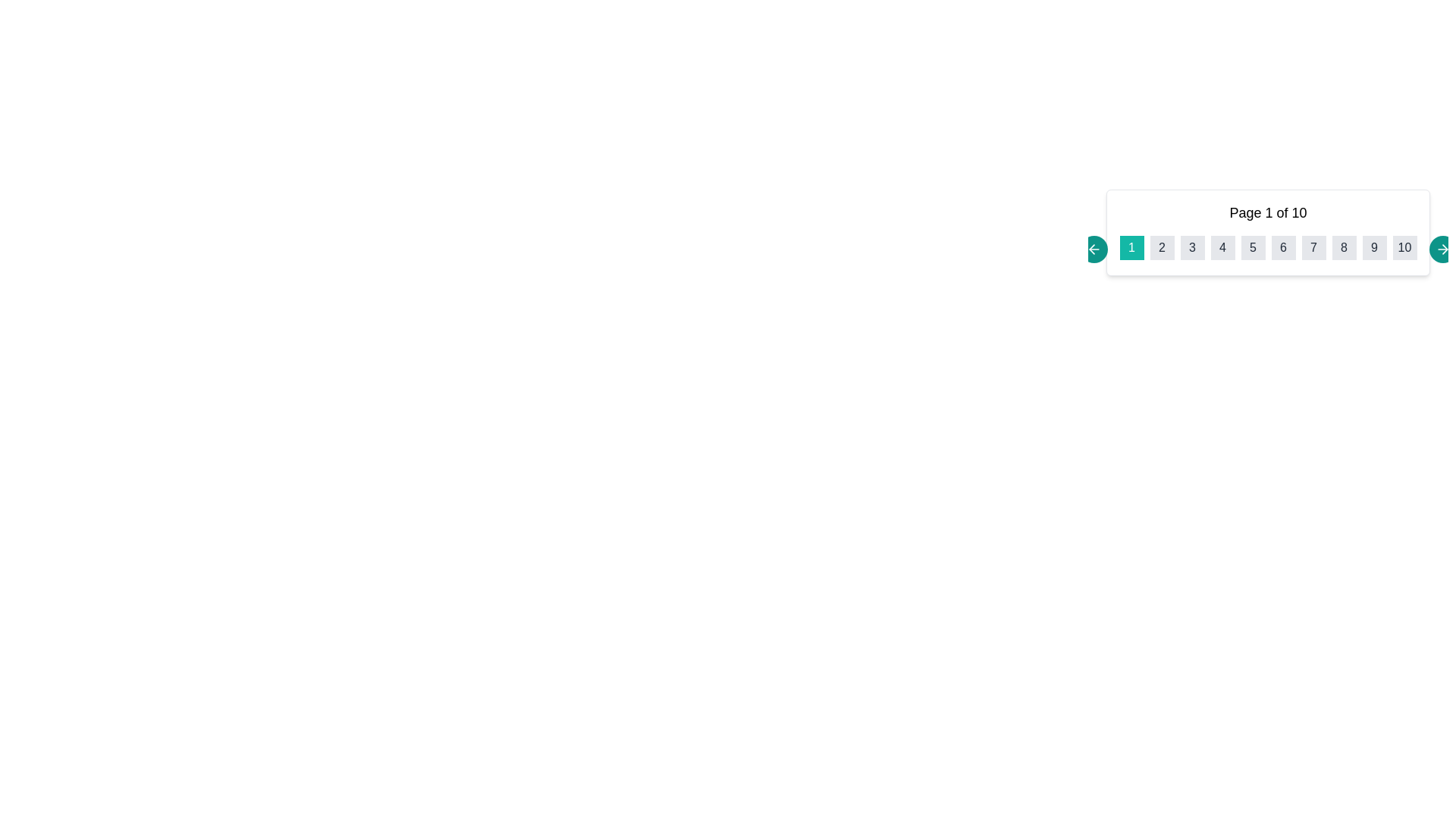 The height and width of the screenshot is (819, 1456). I want to click on the fourth pagination button, so click(1222, 247).